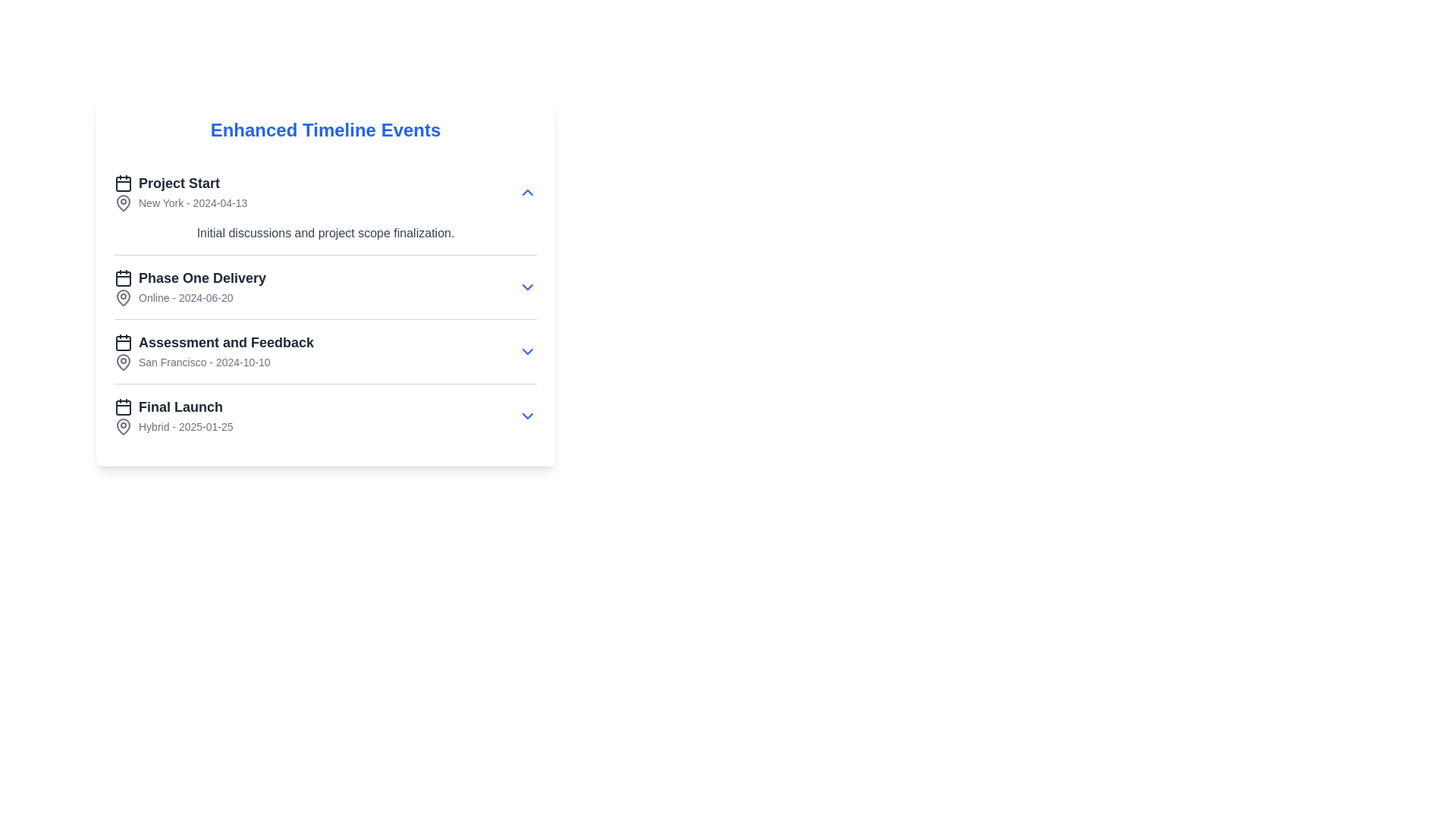 This screenshot has height=819, width=1456. I want to click on the text entry displaying 'New York - 2024-04-13' located below 'Project Start' under 'Enhanced Timeline Events', so click(180, 202).